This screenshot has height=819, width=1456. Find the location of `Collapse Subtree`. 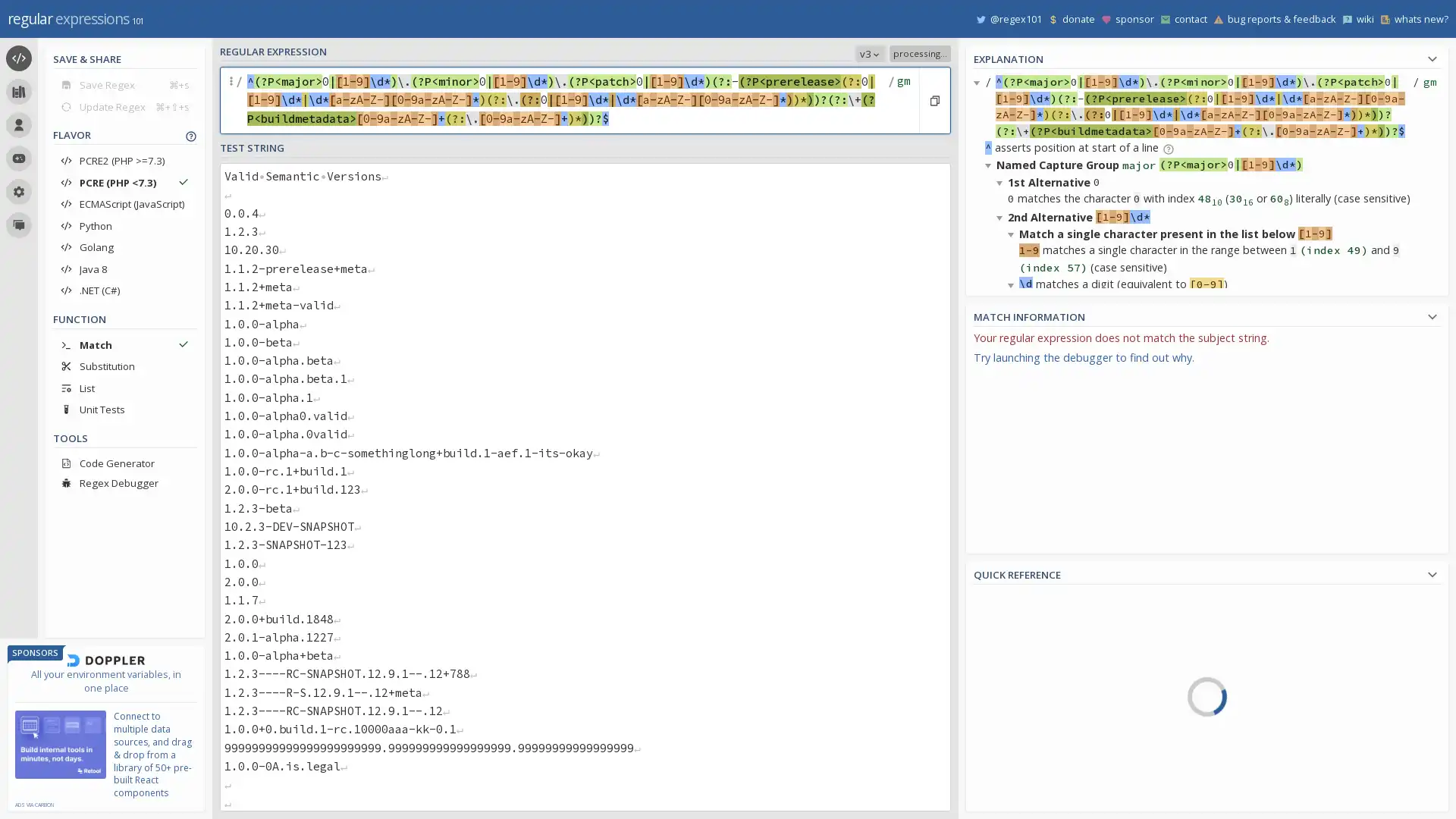

Collapse Subtree is located at coordinates (990, 543).